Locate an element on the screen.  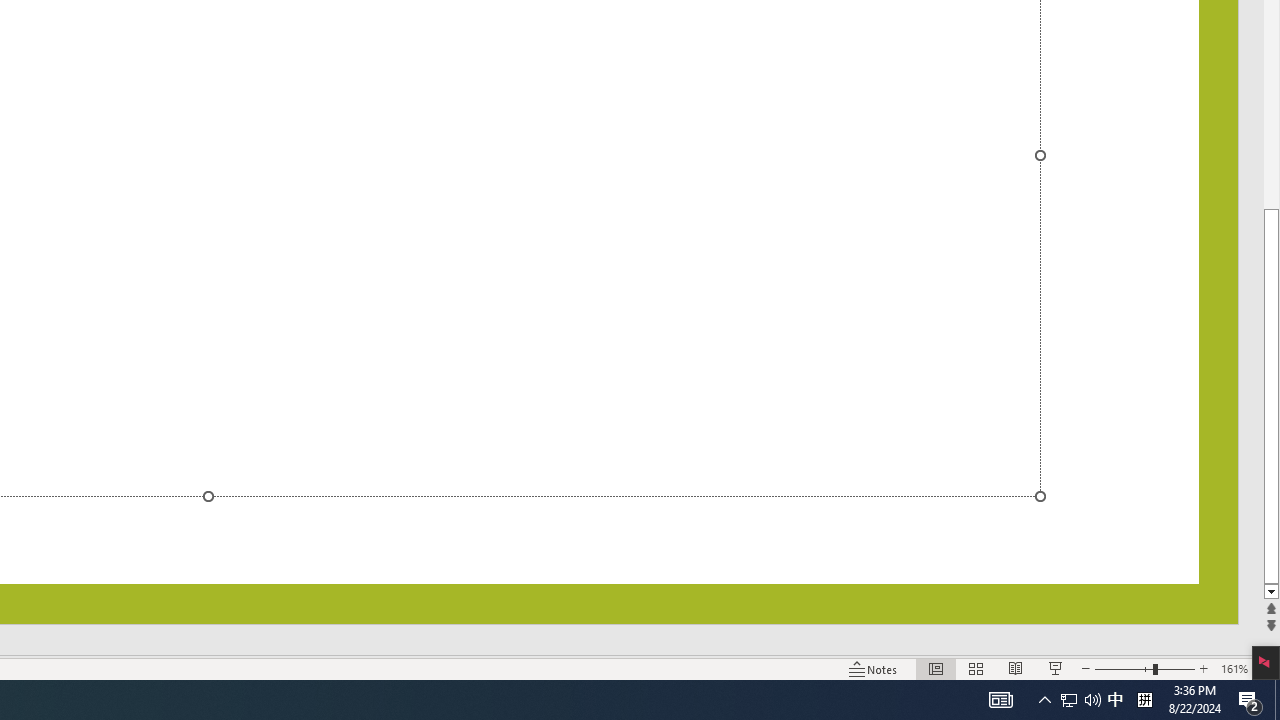
'Zoom Out' is located at coordinates (1123, 669).